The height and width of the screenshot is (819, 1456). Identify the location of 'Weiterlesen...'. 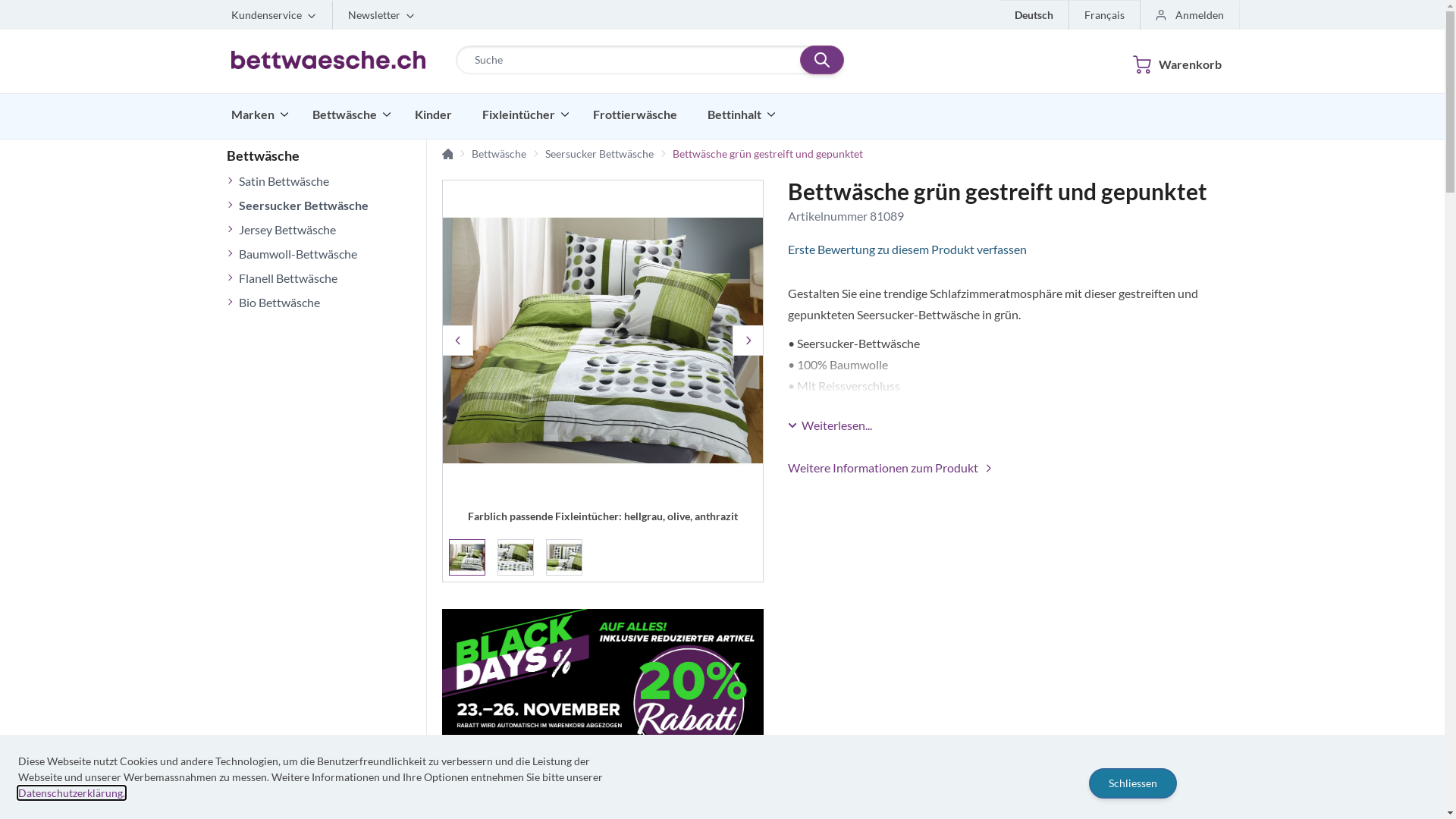
(829, 425).